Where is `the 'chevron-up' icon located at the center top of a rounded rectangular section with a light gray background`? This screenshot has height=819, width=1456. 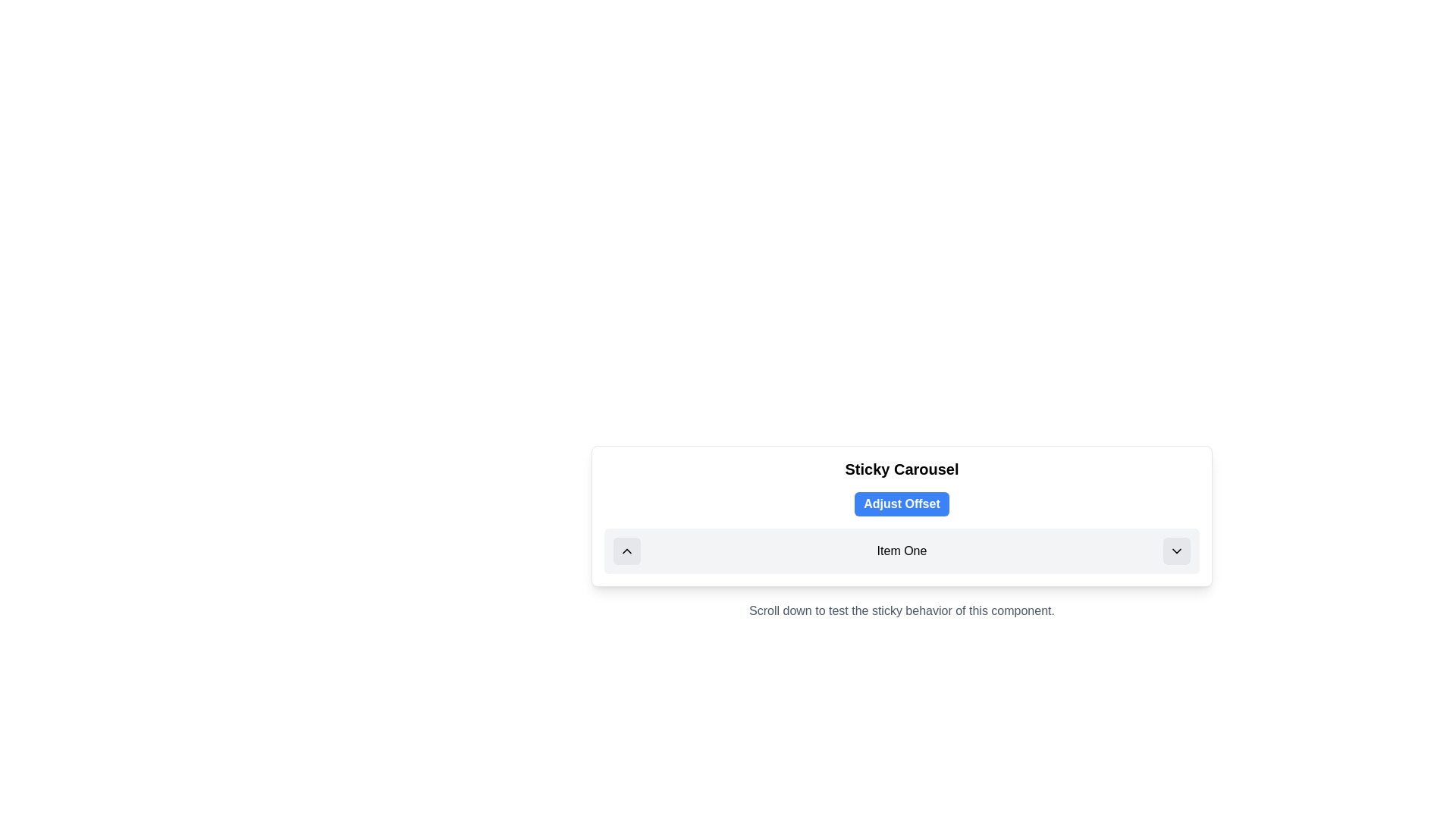
the 'chevron-up' icon located at the center top of a rounded rectangular section with a light gray background is located at coordinates (626, 551).